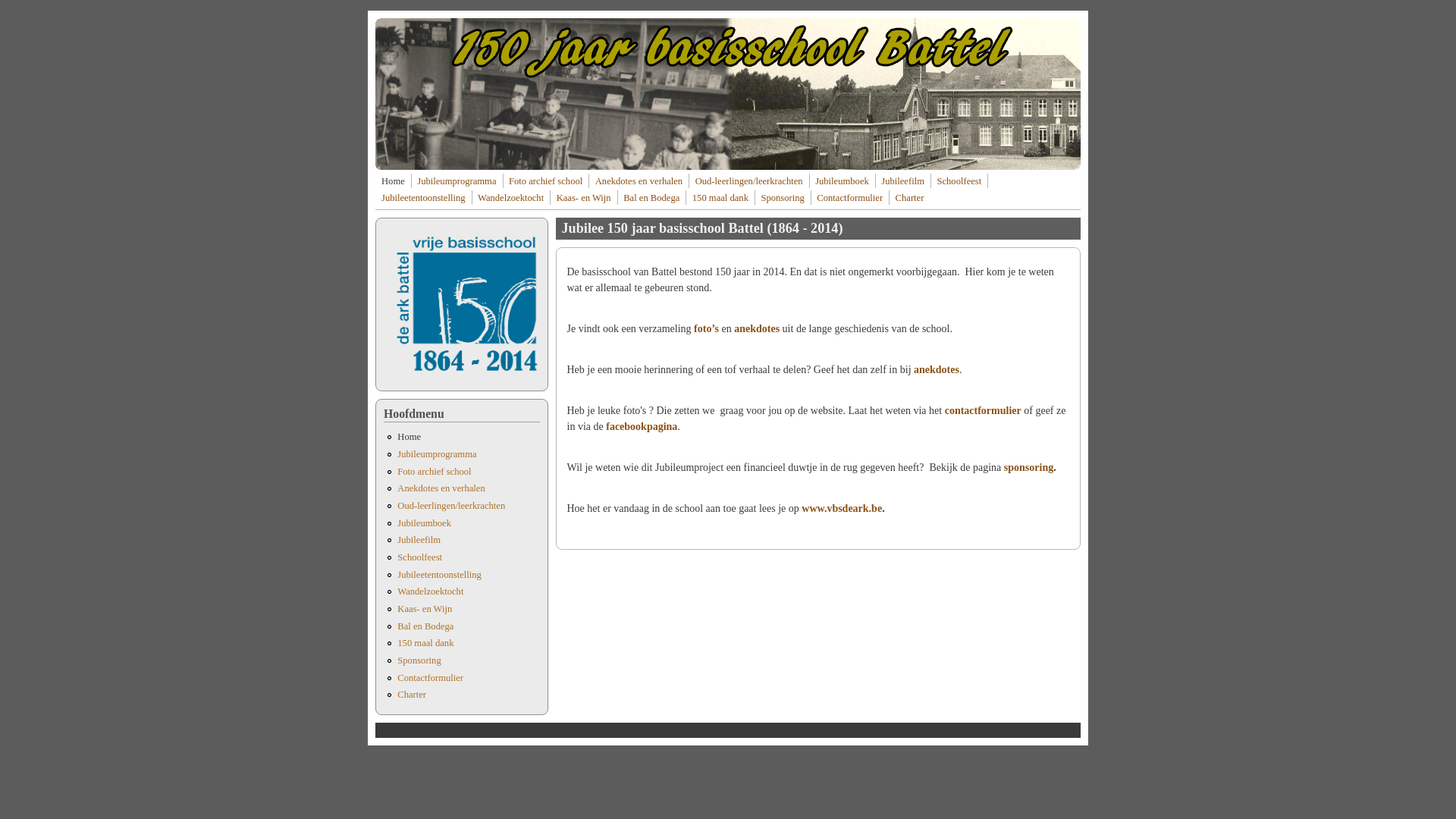 The width and height of the screenshot is (1456, 819). I want to click on 'Schoolfeest', so click(958, 180).